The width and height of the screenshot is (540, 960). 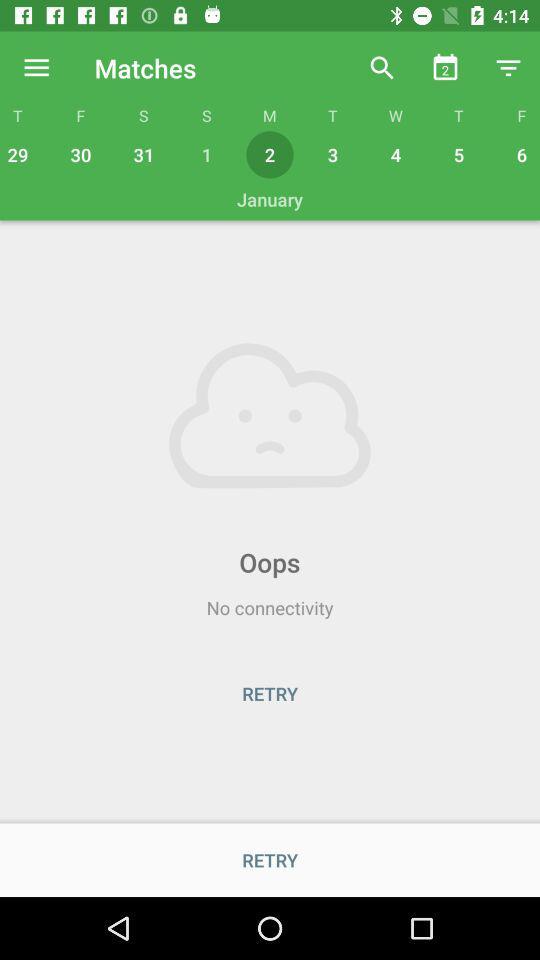 What do you see at coordinates (395, 153) in the screenshot?
I see `the item to the right of the 3` at bounding box center [395, 153].